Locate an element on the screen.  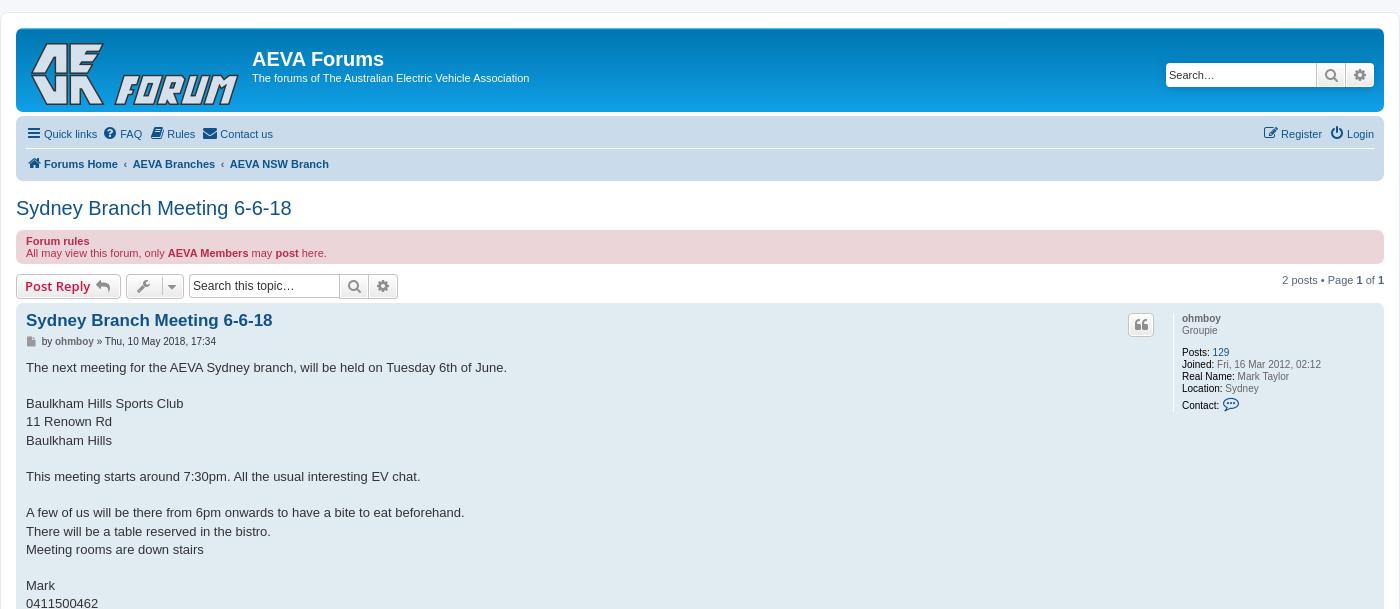
'Mark' is located at coordinates (40, 584).